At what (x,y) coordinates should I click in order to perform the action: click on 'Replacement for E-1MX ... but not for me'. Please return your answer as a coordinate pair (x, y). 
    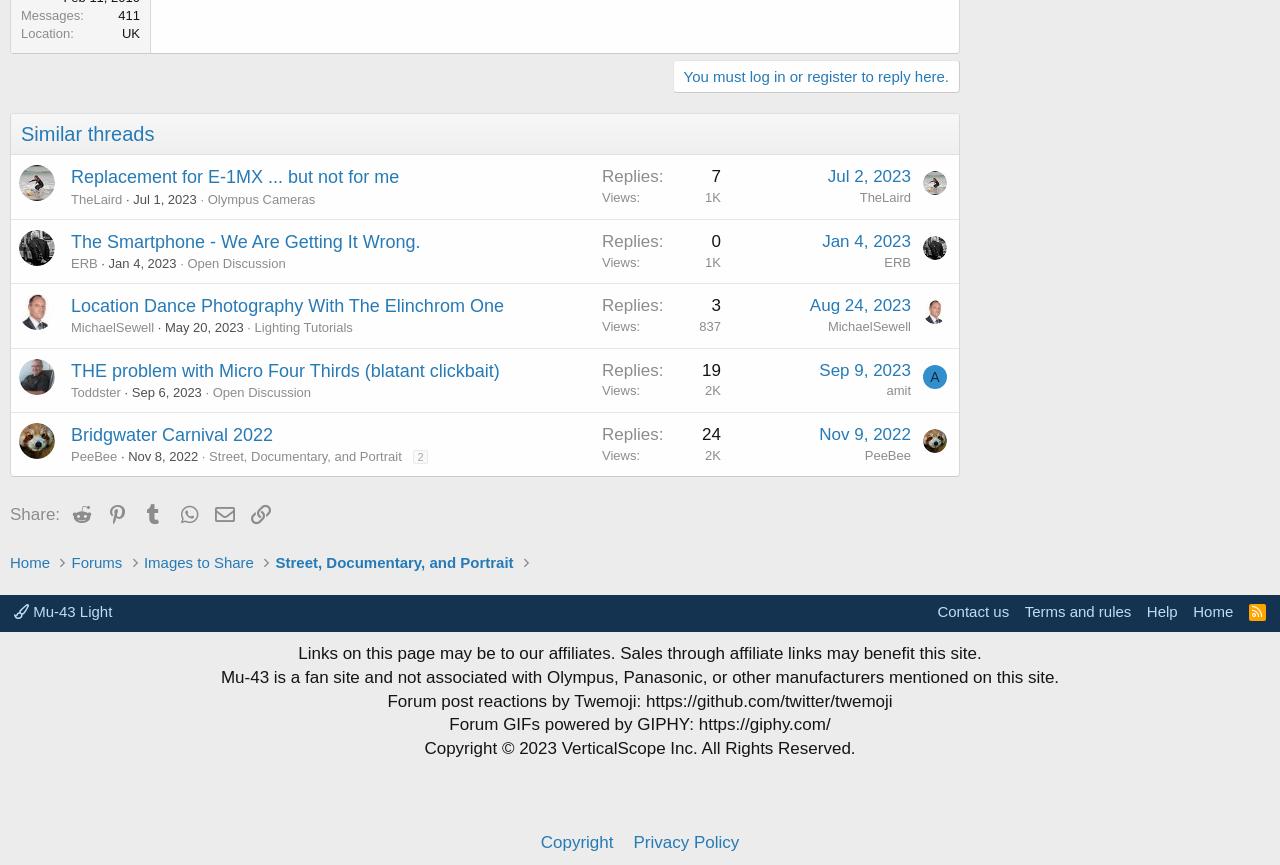
    Looking at the image, I should click on (71, 175).